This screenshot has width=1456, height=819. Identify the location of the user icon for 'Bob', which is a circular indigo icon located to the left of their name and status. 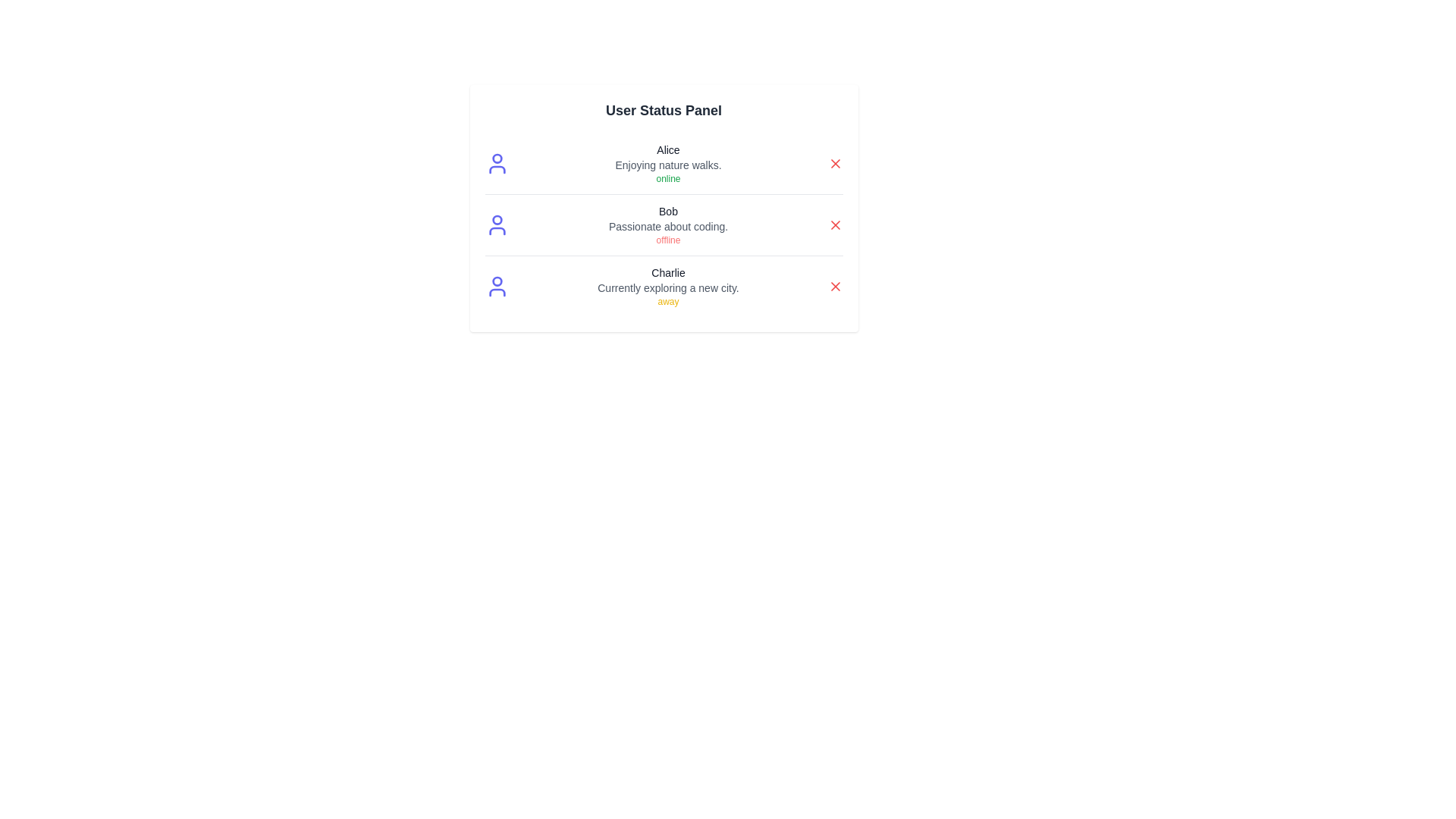
(497, 225).